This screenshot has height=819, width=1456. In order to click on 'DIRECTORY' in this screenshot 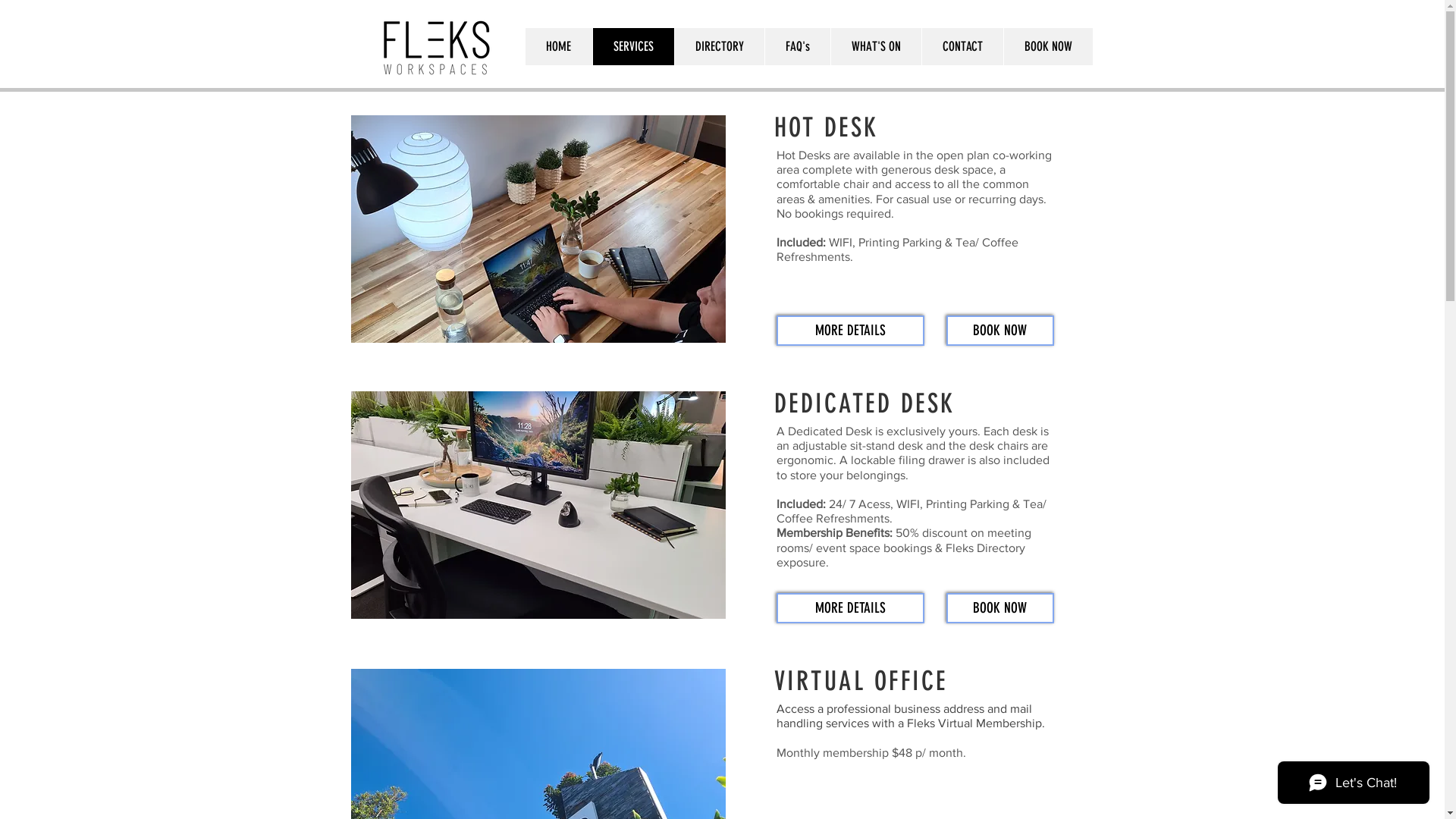, I will do `click(717, 45)`.